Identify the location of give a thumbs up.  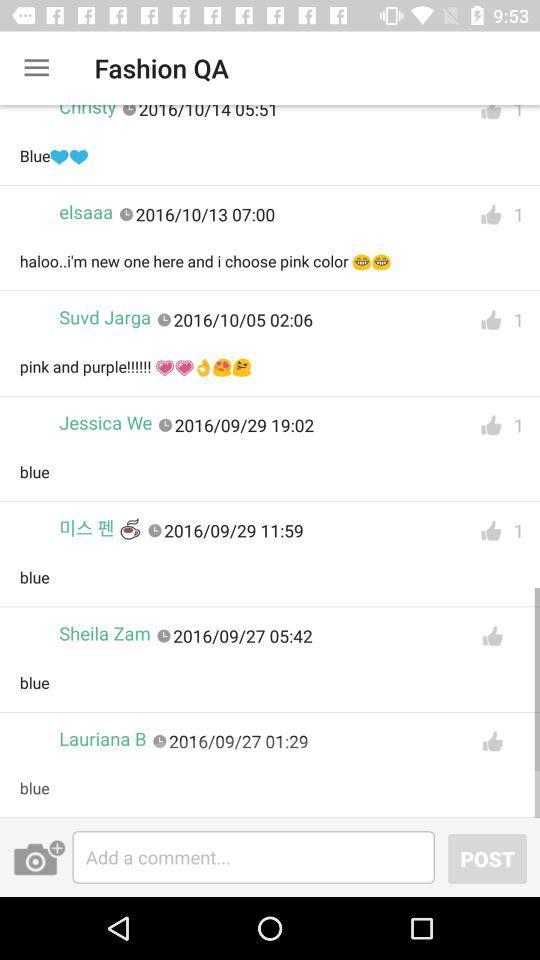
(491, 740).